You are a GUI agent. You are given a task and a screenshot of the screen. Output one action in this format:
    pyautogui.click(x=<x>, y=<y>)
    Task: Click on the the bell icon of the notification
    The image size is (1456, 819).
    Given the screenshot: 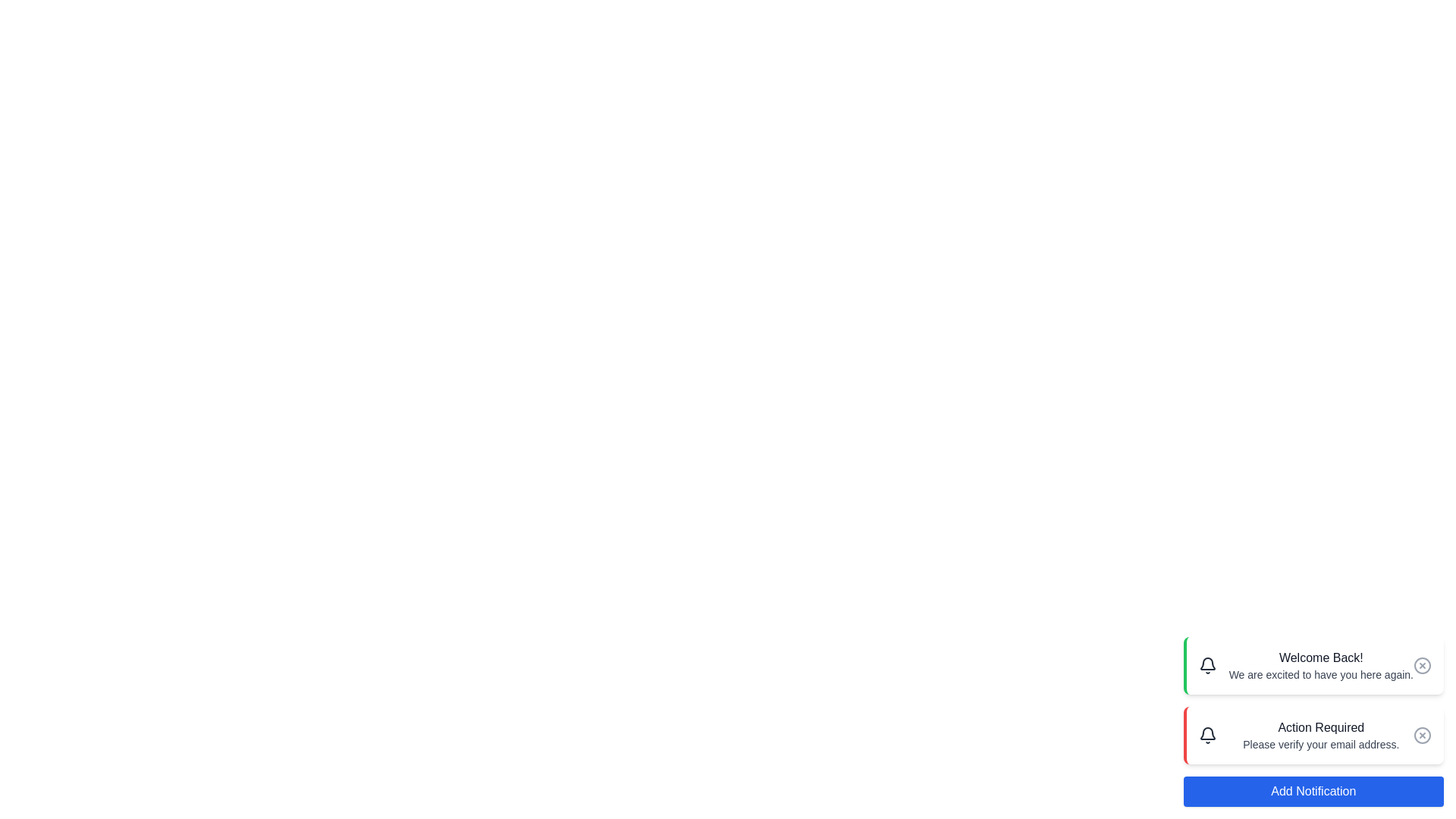 What is the action you would take?
    pyautogui.click(x=1207, y=665)
    